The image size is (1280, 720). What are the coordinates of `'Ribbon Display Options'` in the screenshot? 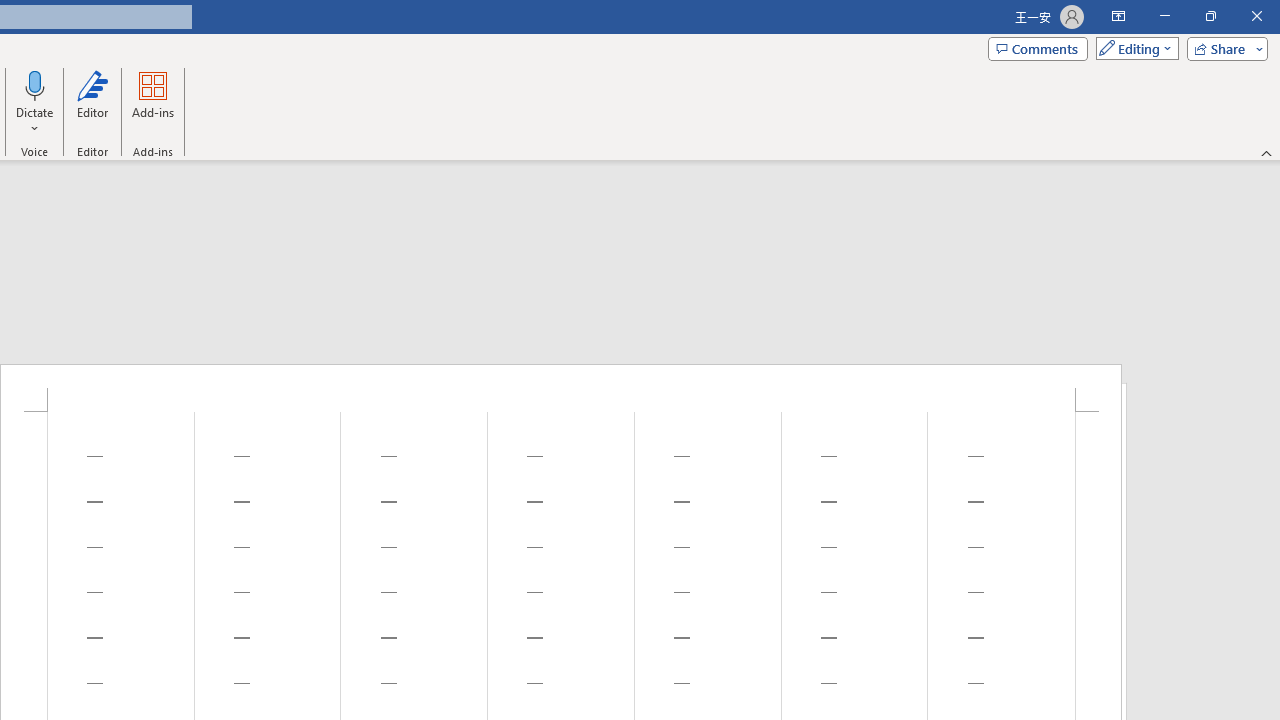 It's located at (1117, 16).